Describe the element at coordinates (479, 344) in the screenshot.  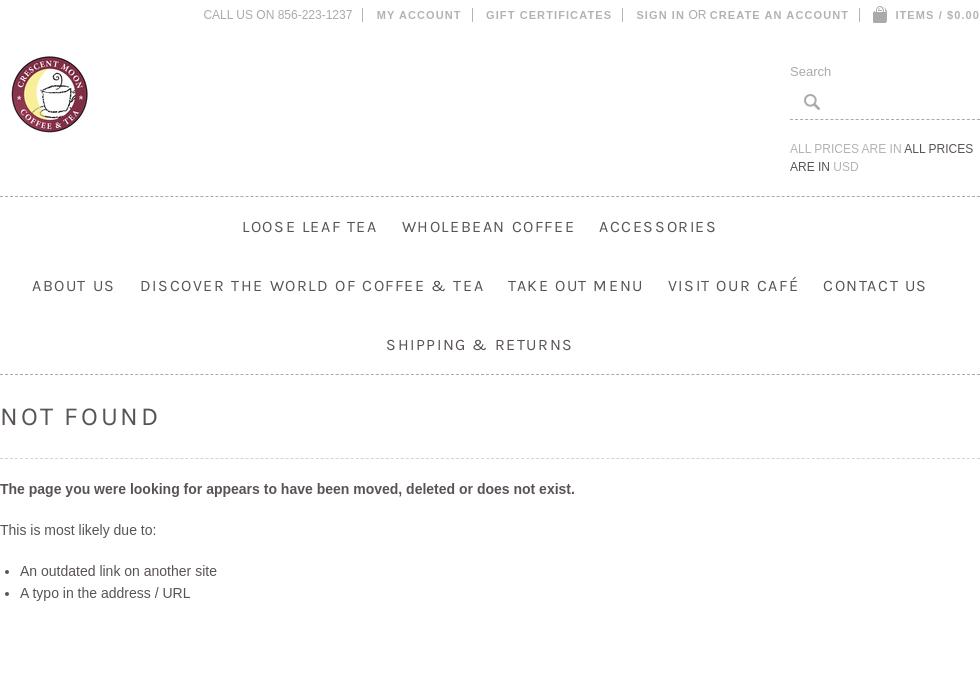
I see `'Shipping & Returns'` at that location.